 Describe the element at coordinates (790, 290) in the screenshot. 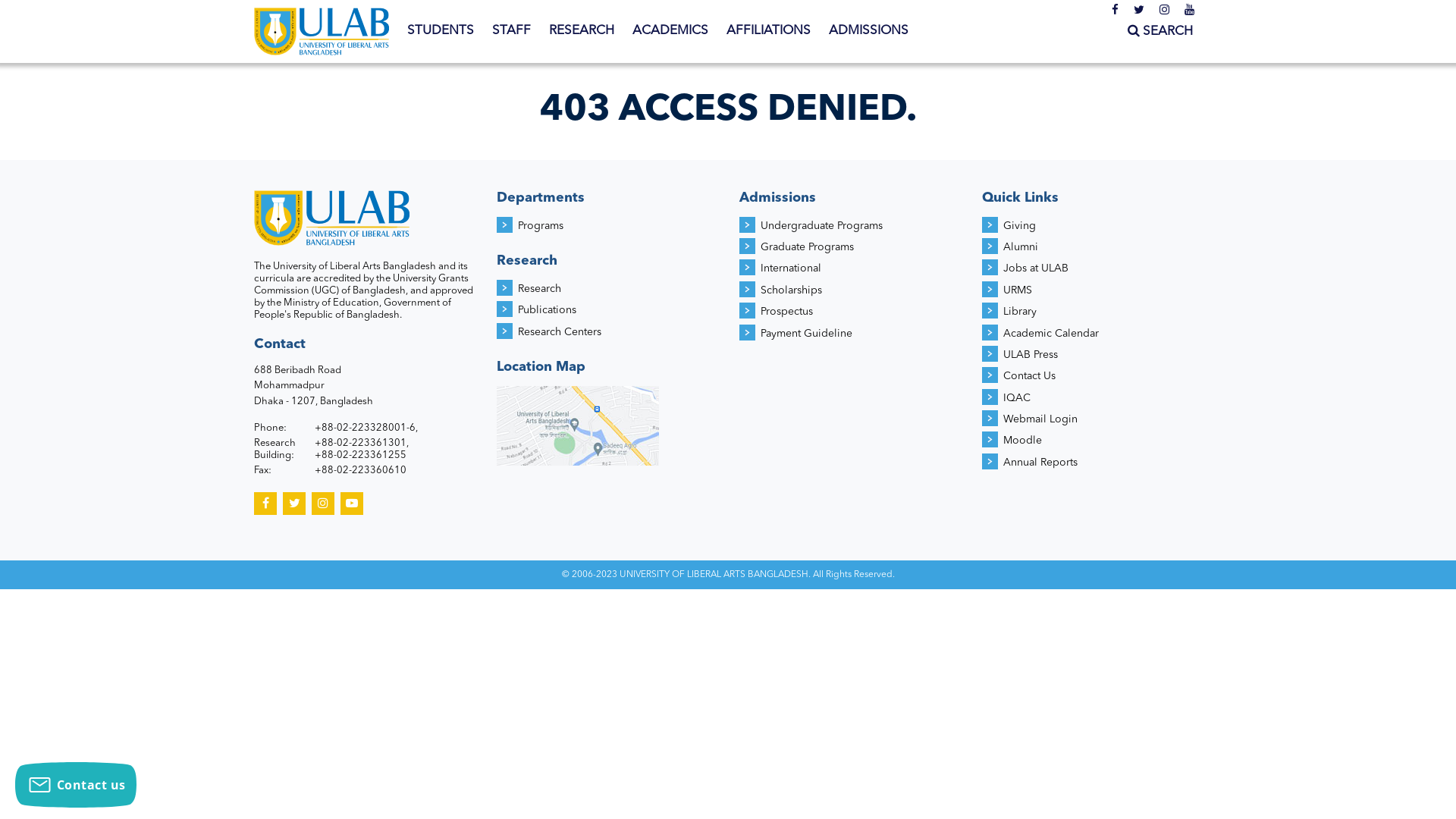

I see `'Scholarships'` at that location.